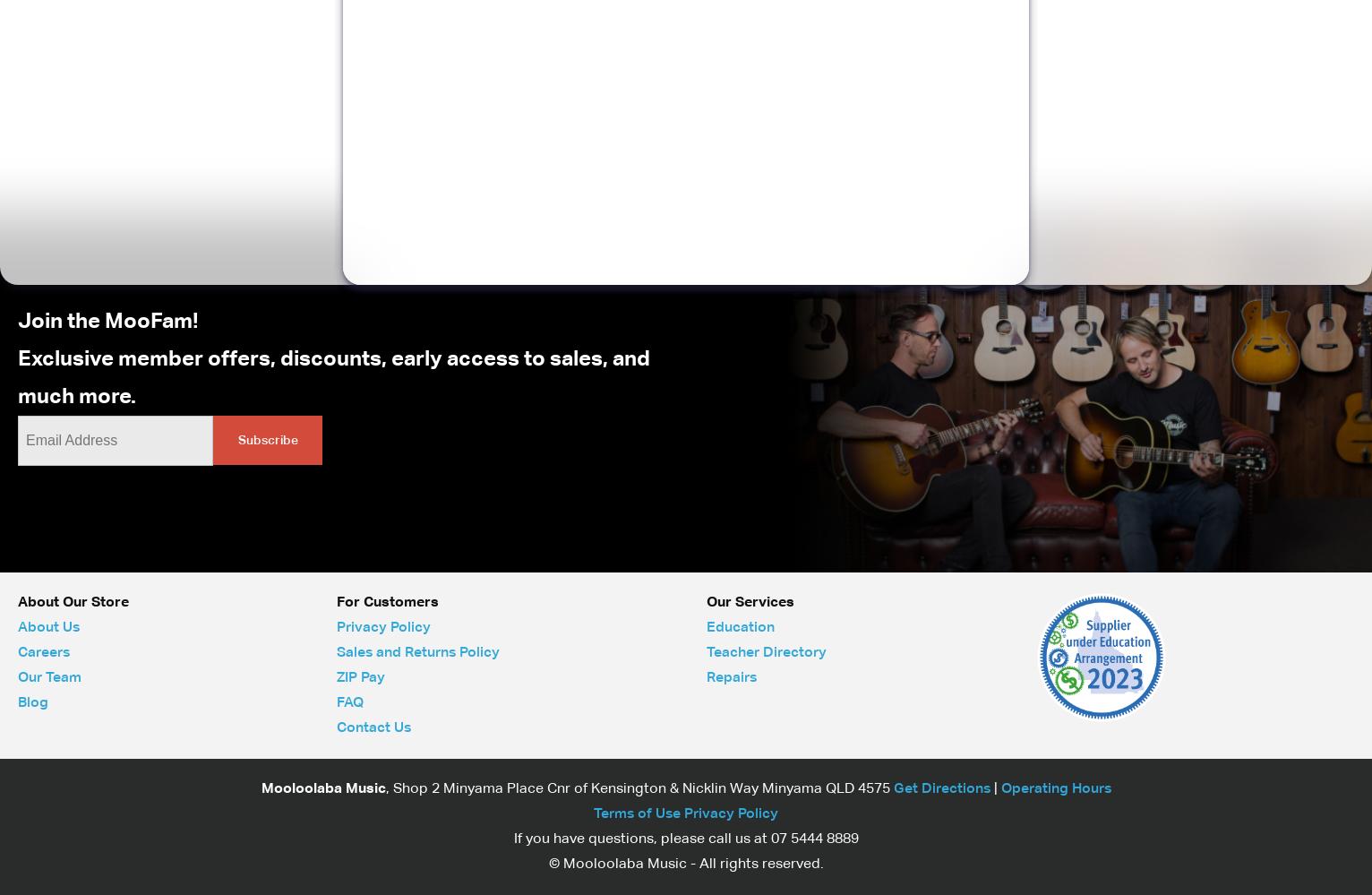  What do you see at coordinates (893, 787) in the screenshot?
I see `'Get Directions'` at bounding box center [893, 787].